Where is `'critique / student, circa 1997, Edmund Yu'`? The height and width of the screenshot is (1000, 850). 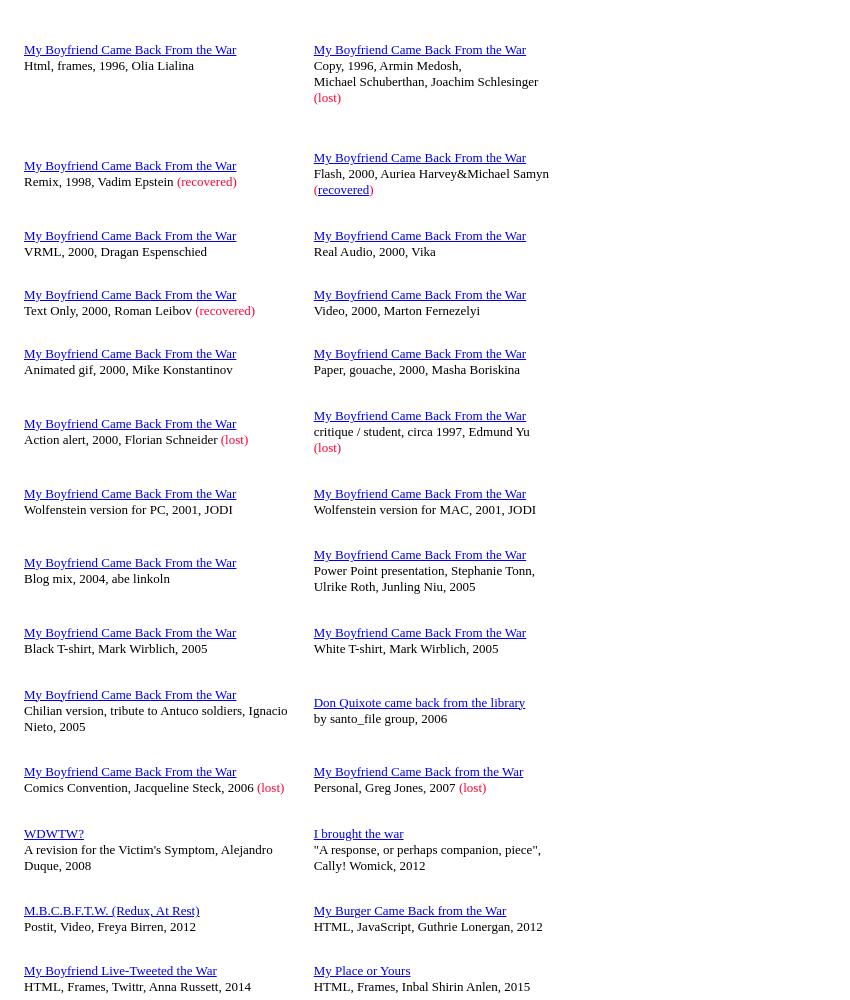
'critique / student, circa 1997, Edmund Yu' is located at coordinates (312, 431).